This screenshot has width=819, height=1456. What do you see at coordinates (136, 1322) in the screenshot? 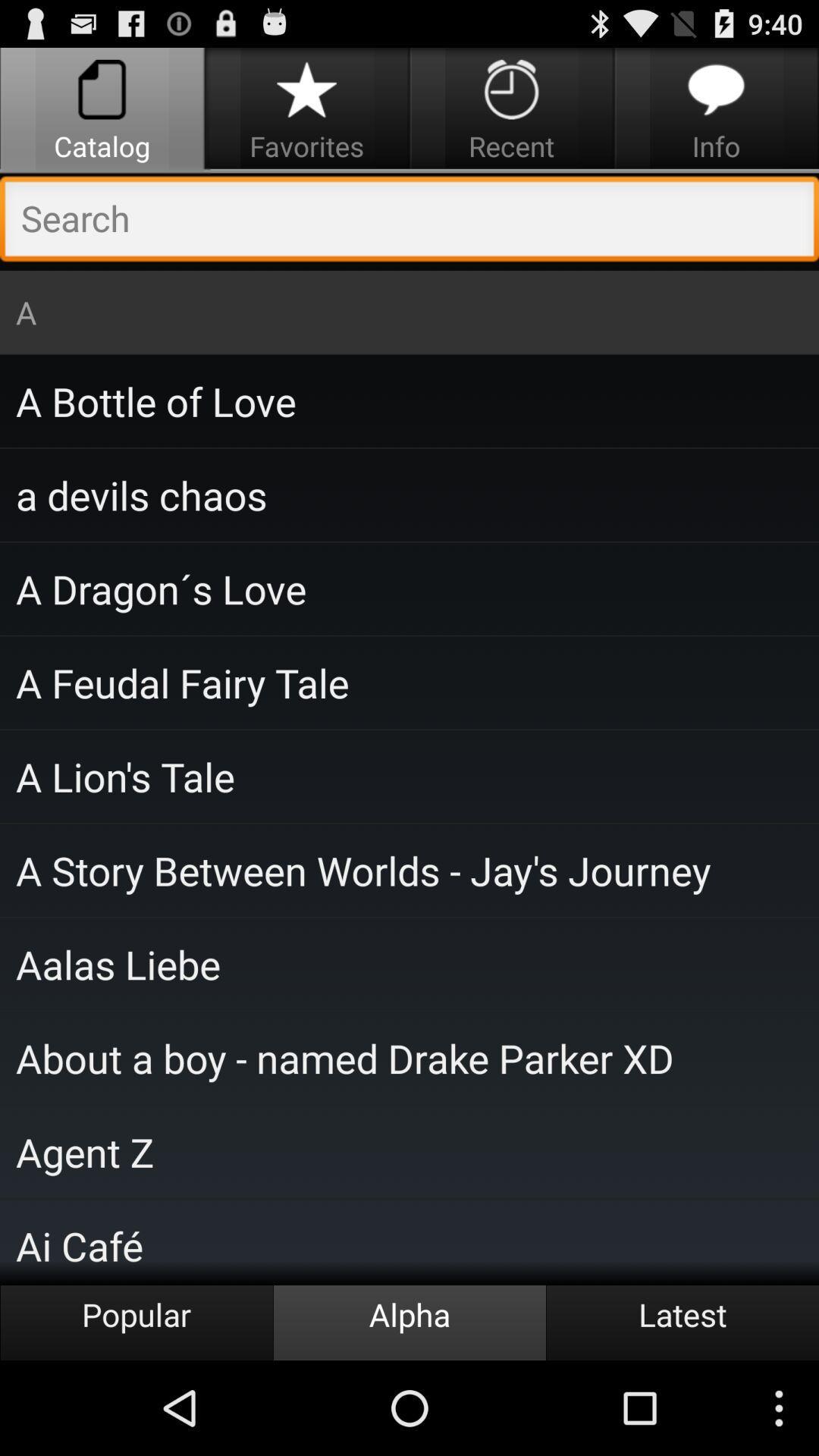
I see `icon to the left of the alpha icon` at bounding box center [136, 1322].